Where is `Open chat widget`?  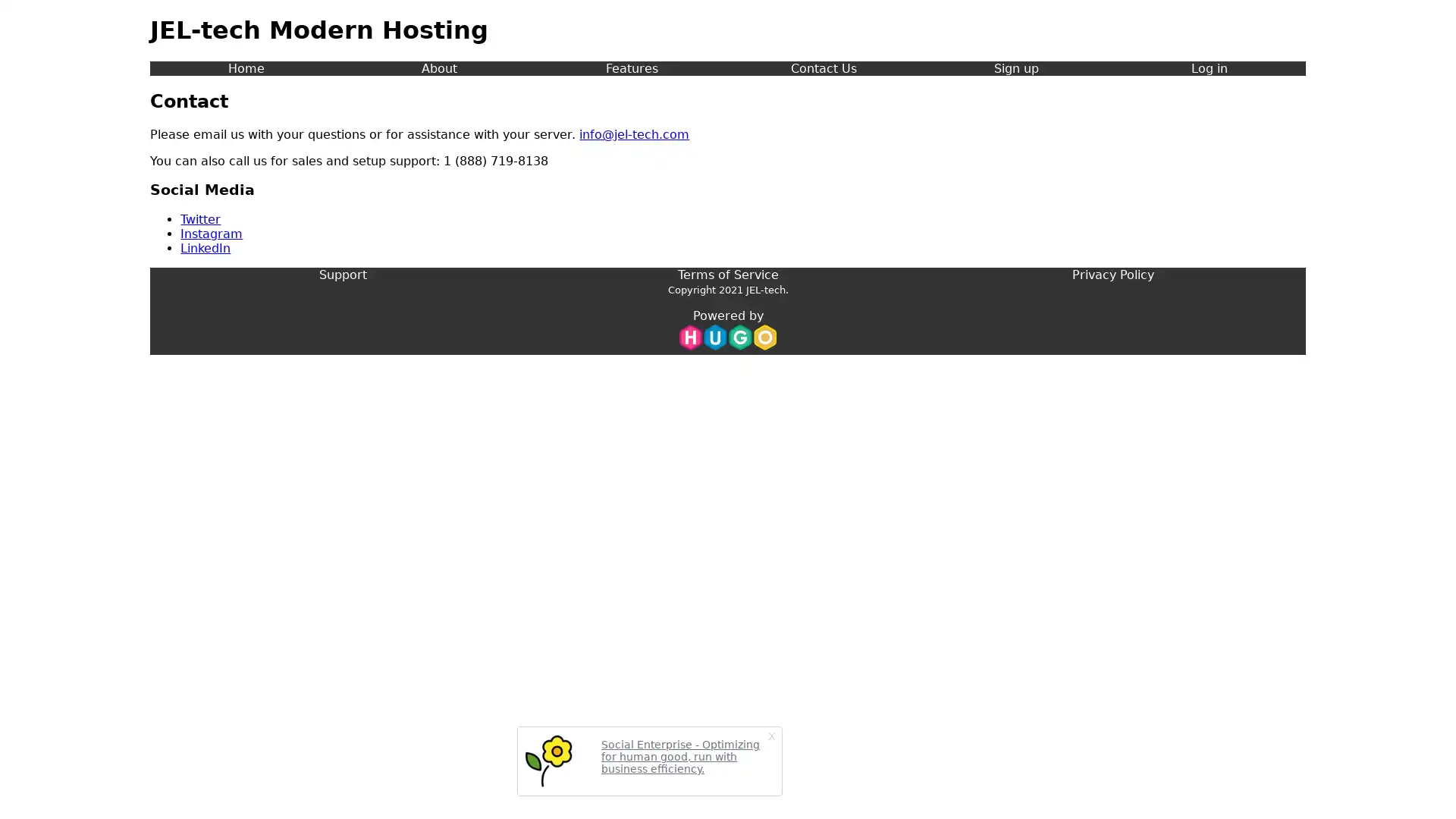
Open chat widget is located at coordinates (1421, 784).